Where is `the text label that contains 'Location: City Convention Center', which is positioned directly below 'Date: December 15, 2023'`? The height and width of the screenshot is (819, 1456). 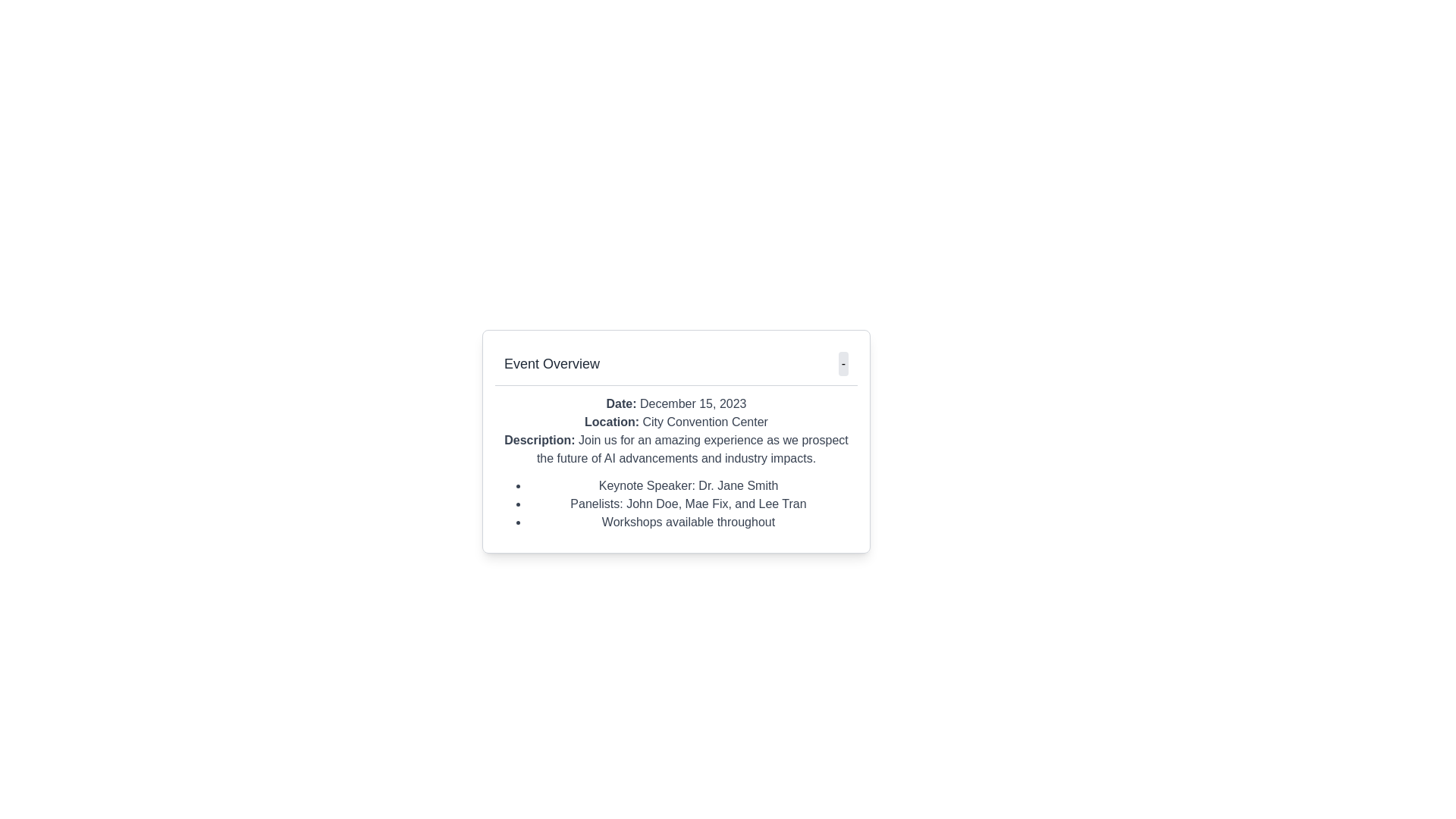
the text label that contains 'Location: City Convention Center', which is positioned directly below 'Date: December 15, 2023' is located at coordinates (676, 422).